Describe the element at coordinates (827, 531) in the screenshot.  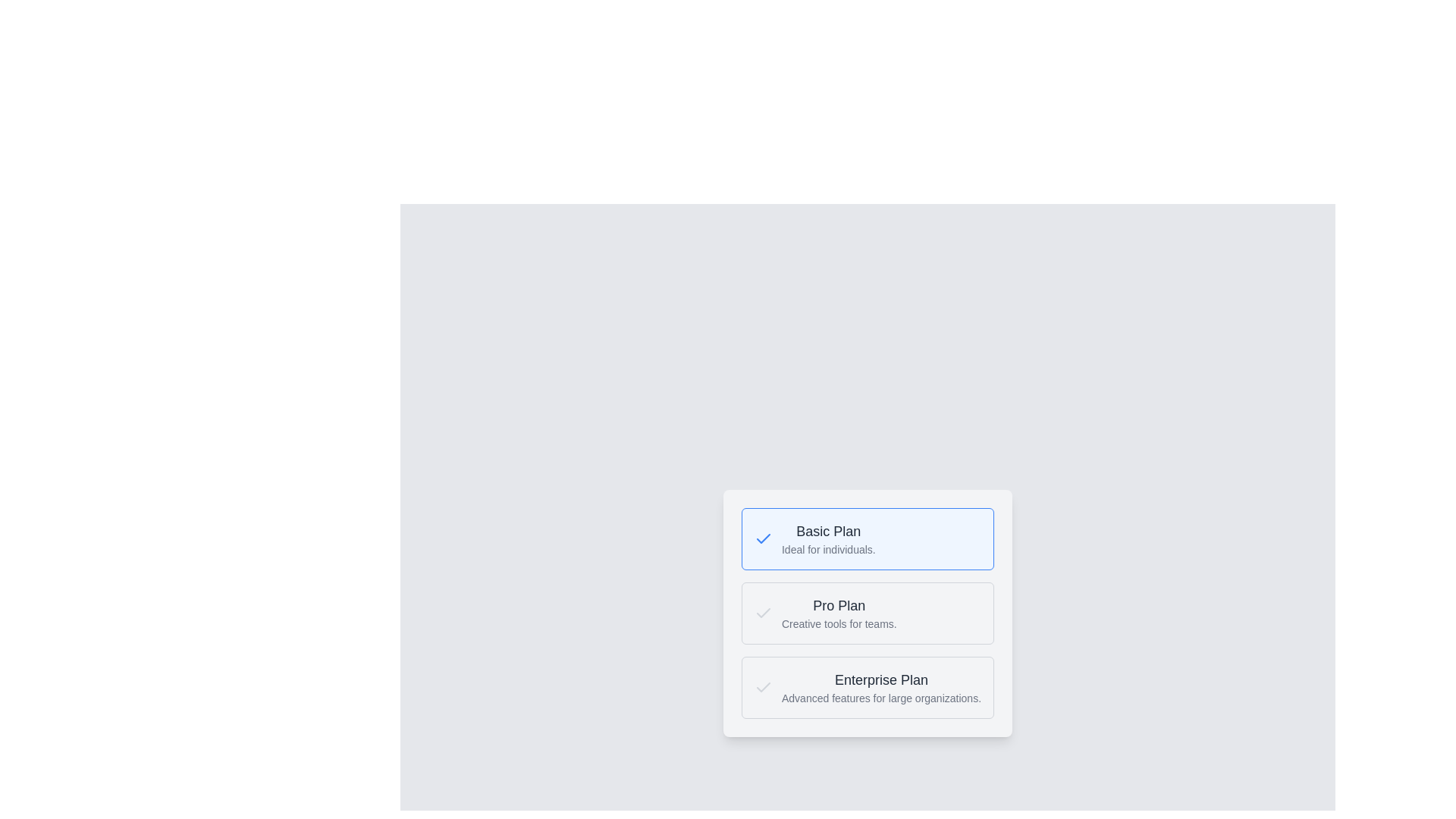
I see `text label displaying 'Basic Plan', which is styled in a larger, bold font and is dark gray in color, positioned at the top-left of the subscription plan card` at that location.